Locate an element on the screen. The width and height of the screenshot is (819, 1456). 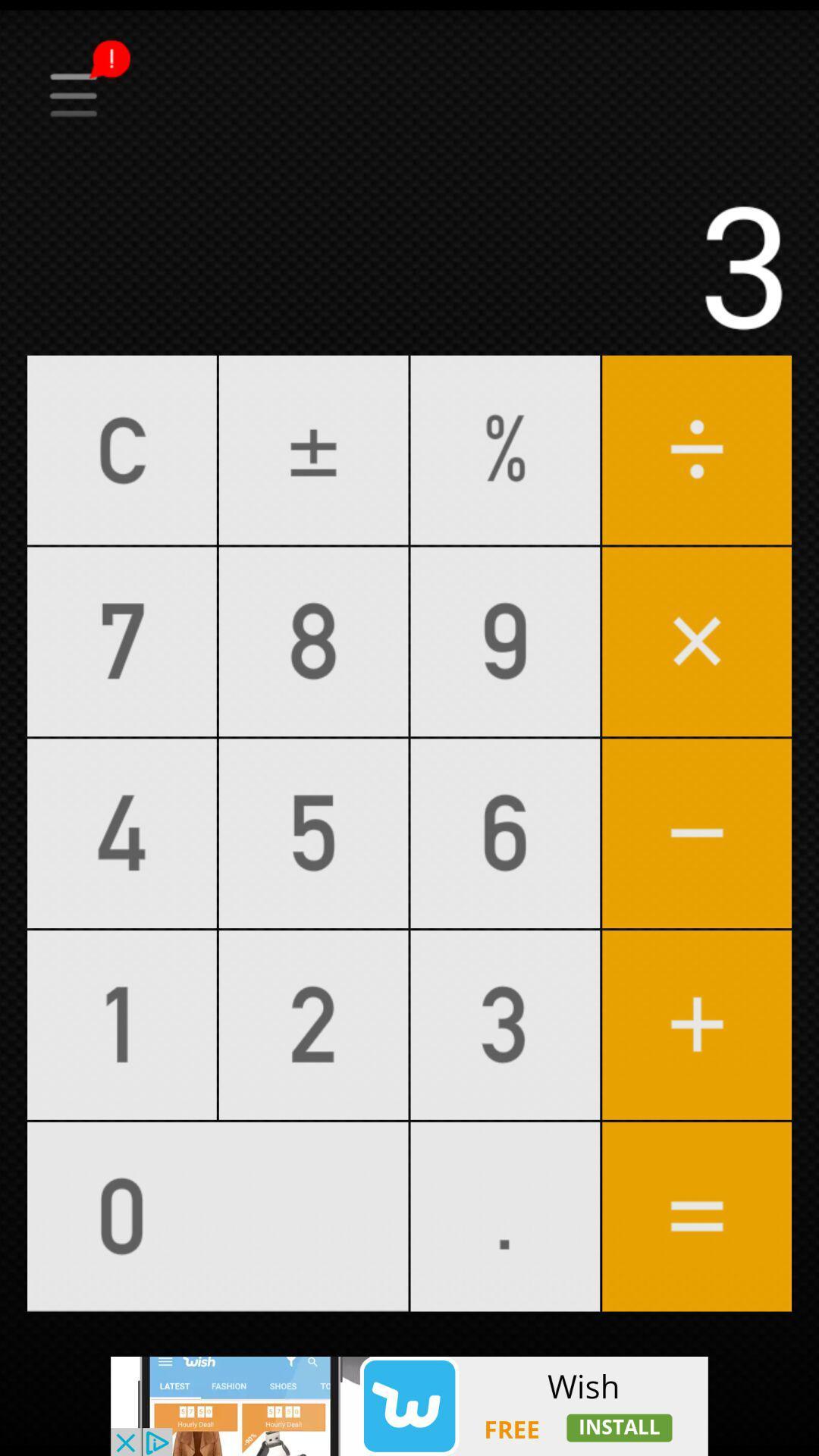
na is located at coordinates (409, 47).